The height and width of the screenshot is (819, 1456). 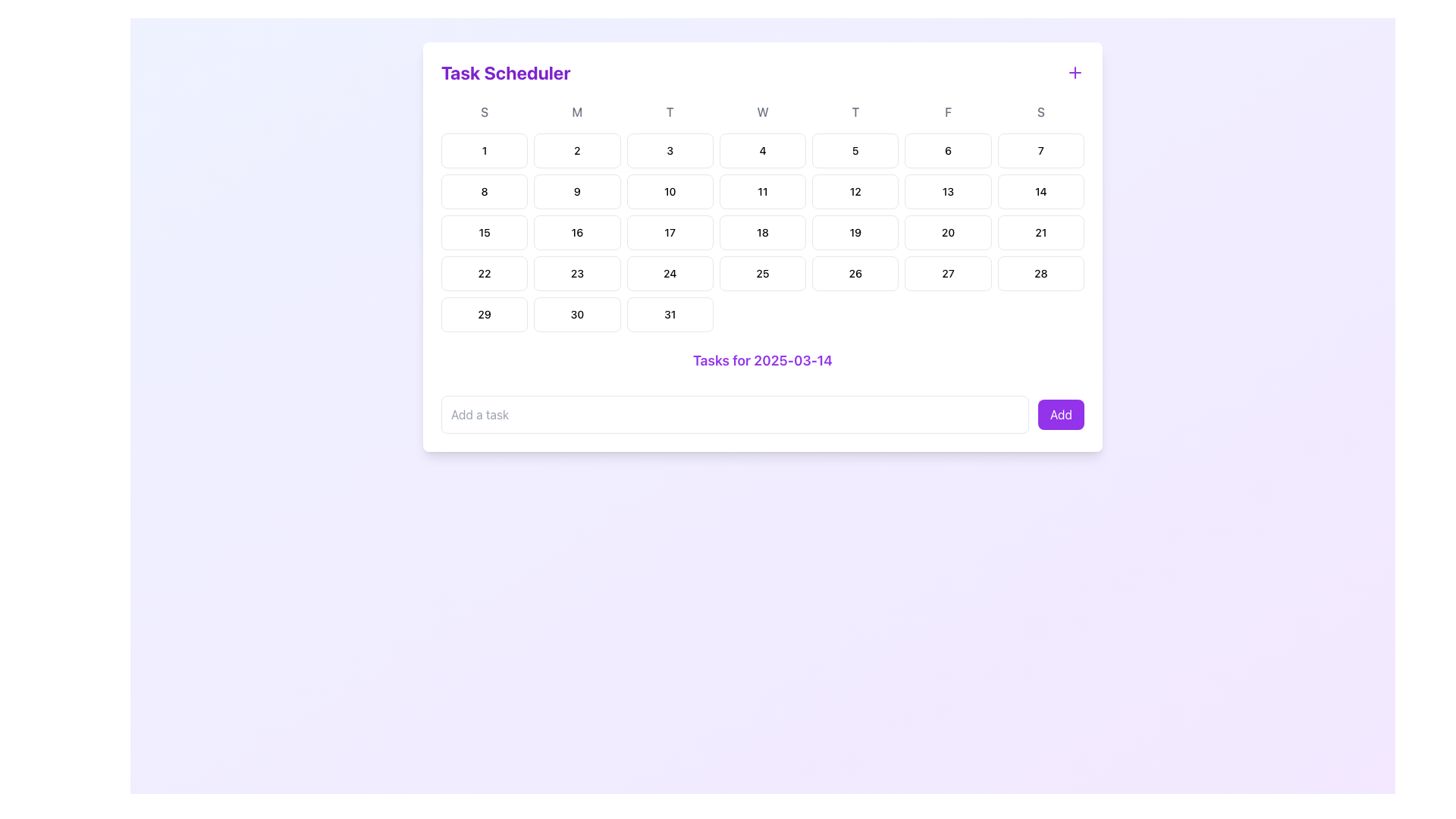 What do you see at coordinates (1040, 151) in the screenshot?
I see `the rounded rectangular button labeled '7'` at bounding box center [1040, 151].